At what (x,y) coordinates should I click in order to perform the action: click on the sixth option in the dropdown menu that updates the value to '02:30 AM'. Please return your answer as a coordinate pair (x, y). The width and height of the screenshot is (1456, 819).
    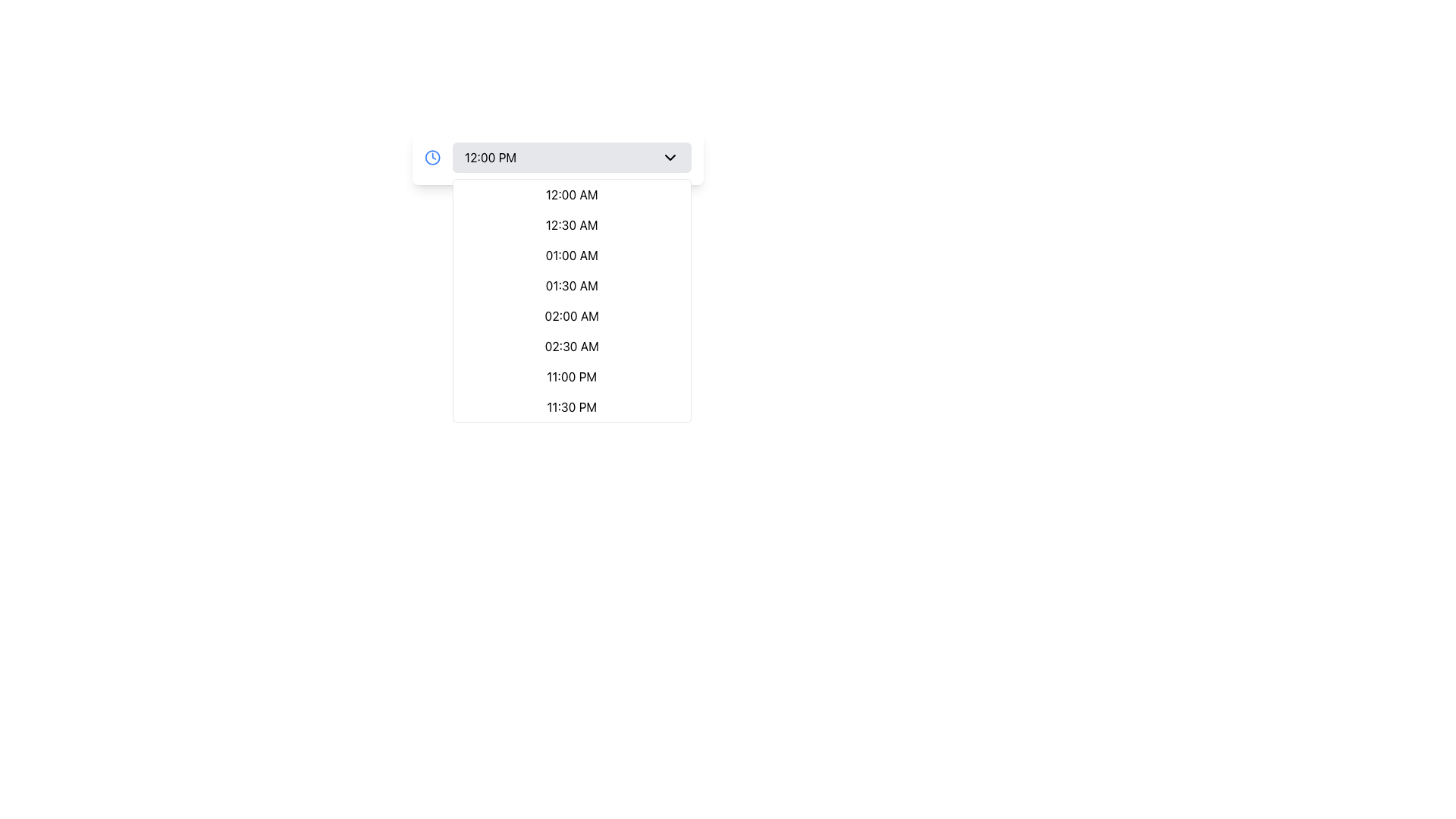
    Looking at the image, I should click on (571, 346).